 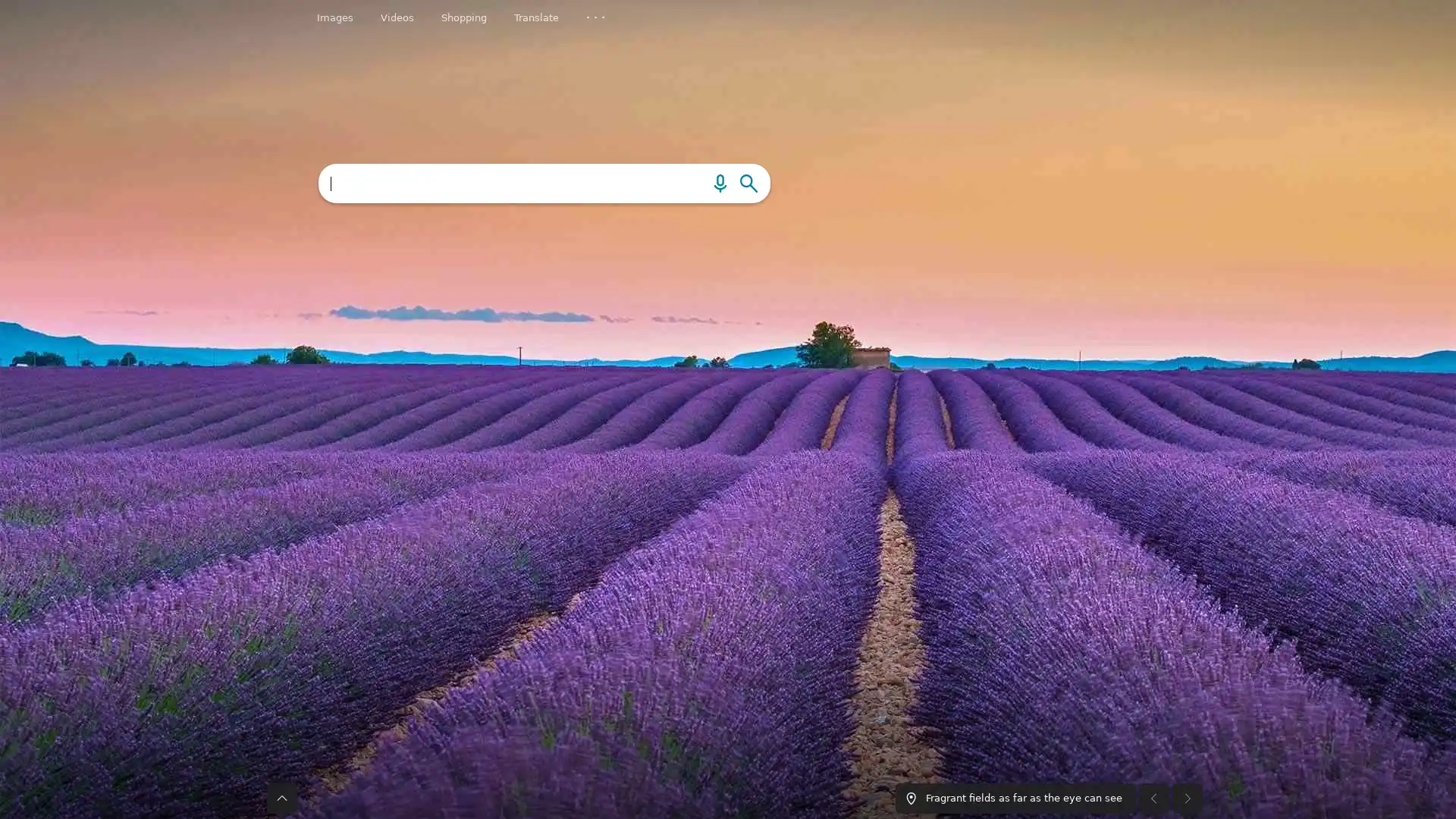 What do you see at coordinates (691, 182) in the screenshot?
I see `Search using voice` at bounding box center [691, 182].